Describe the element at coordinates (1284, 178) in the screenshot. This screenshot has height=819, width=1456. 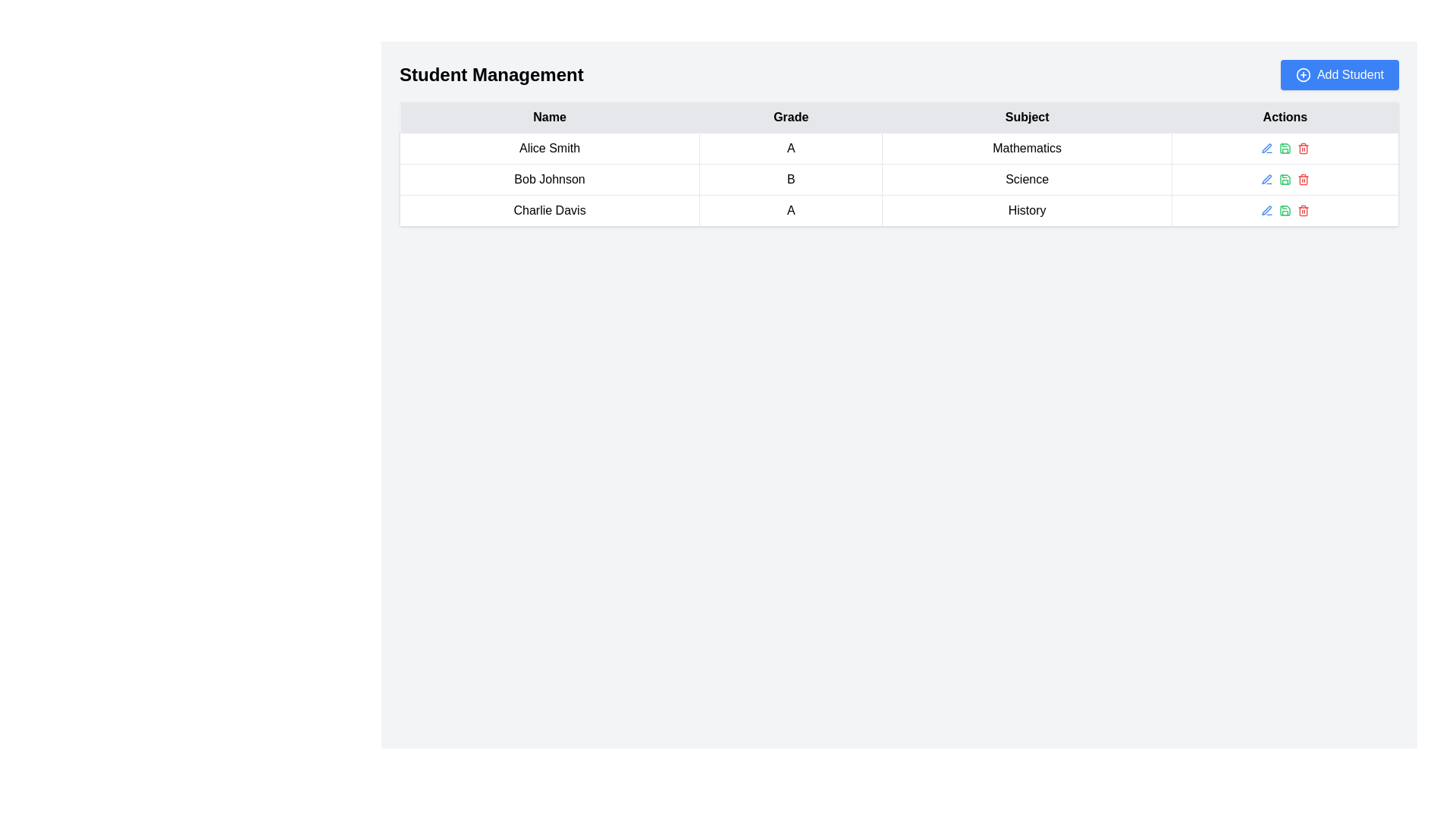
I see `the delete icon from the group of interactive icons in the 'Actions' column of the table row for 'Bob Johnson'` at that location.